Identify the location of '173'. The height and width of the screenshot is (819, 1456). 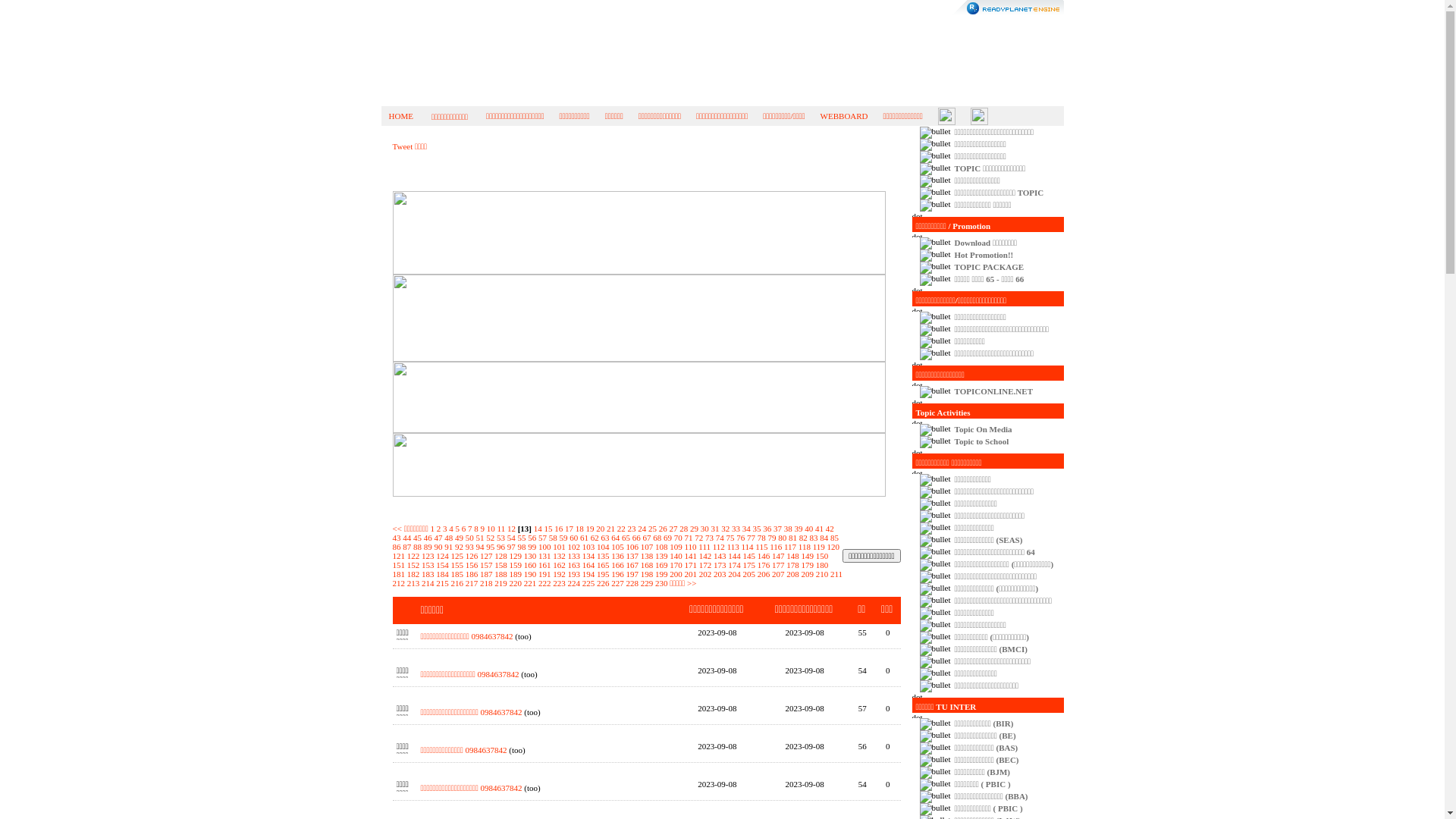
(712, 564).